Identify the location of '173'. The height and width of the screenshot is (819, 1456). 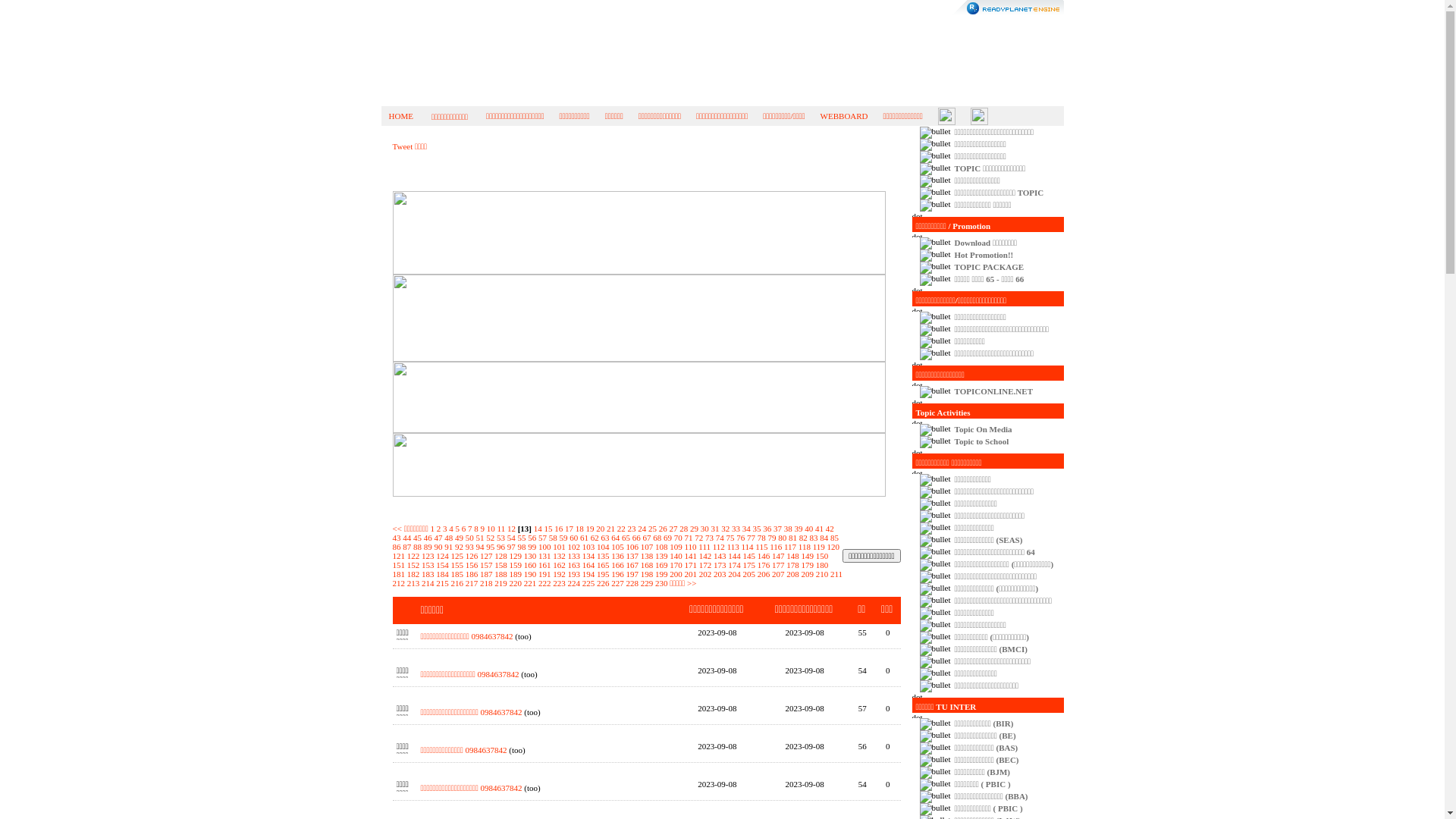
(712, 564).